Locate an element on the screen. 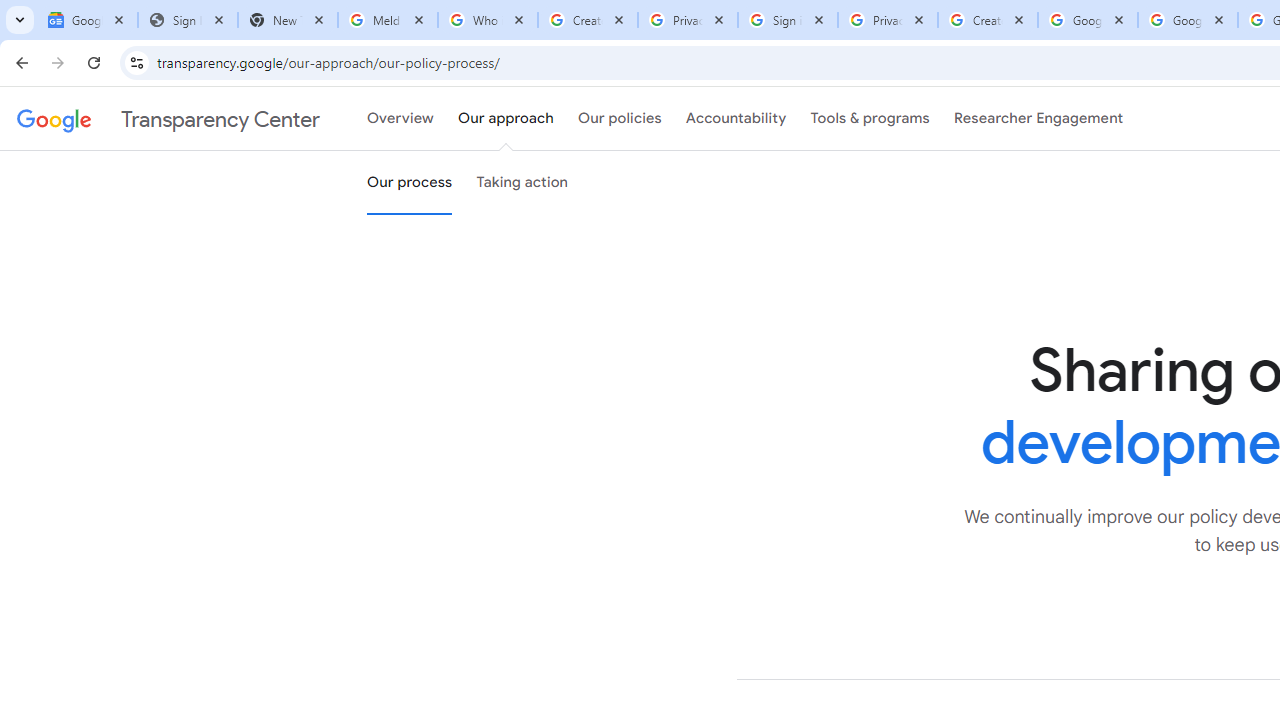 The width and height of the screenshot is (1280, 720). 'New Tab' is located at coordinates (287, 20).